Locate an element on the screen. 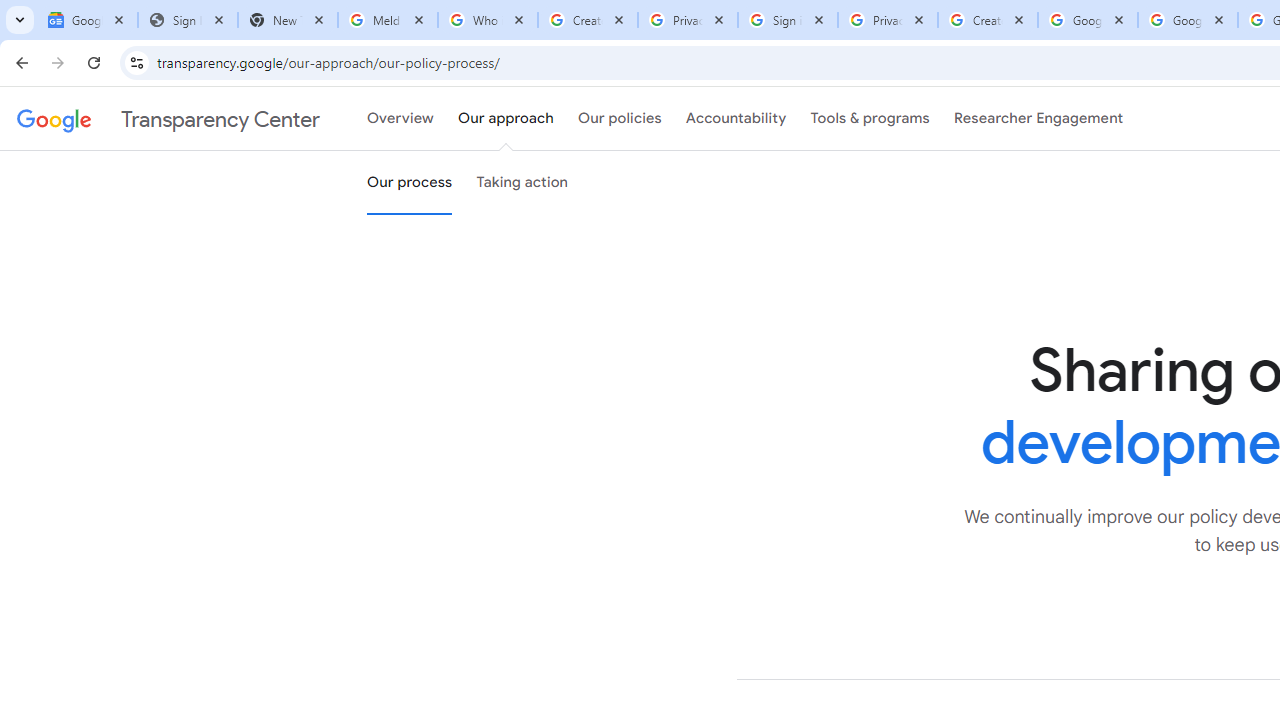 The width and height of the screenshot is (1280, 720). 'New Tab' is located at coordinates (287, 20).